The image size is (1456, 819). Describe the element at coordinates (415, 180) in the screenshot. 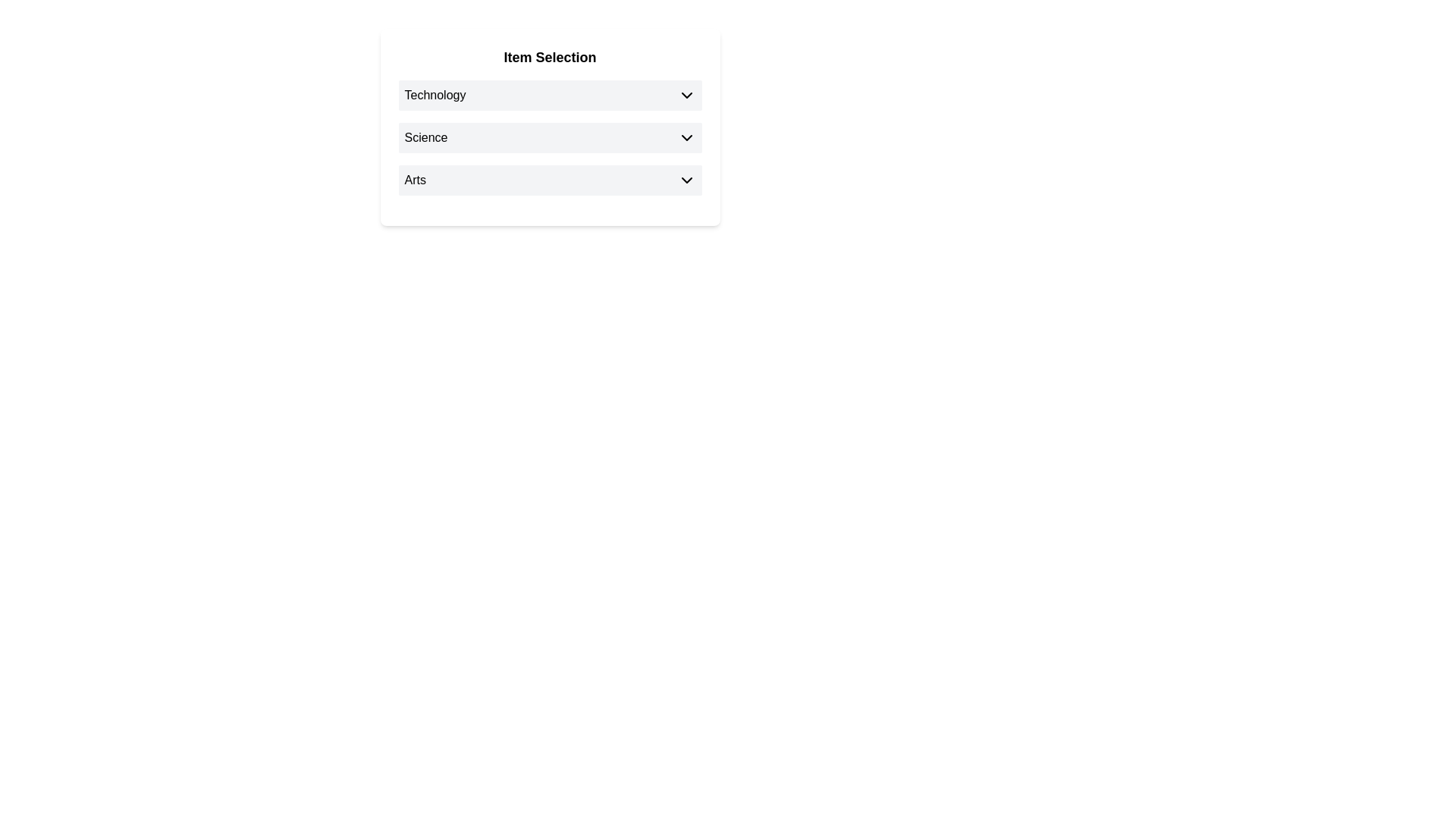

I see `the 'Arts' label in the third row` at that location.